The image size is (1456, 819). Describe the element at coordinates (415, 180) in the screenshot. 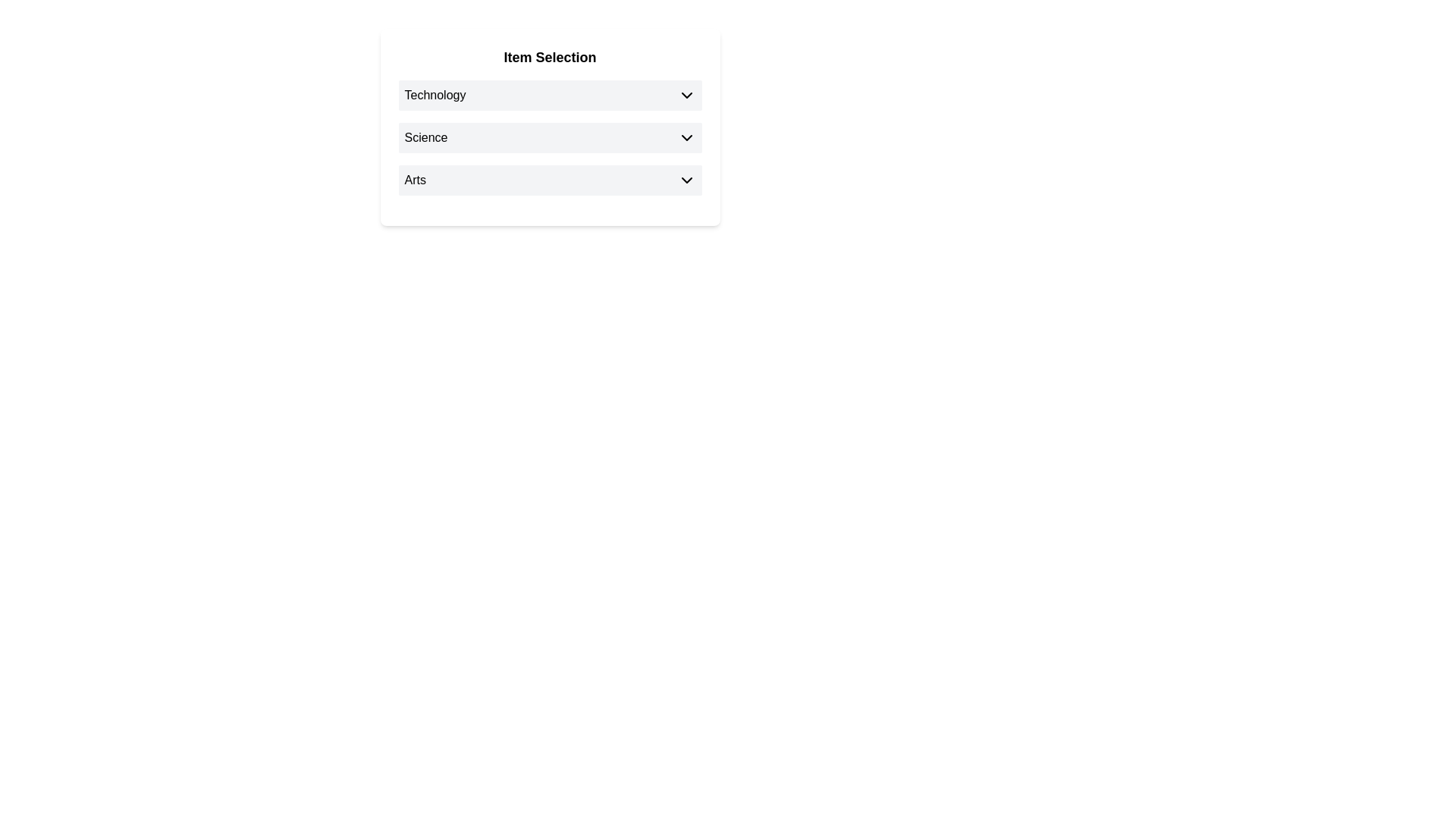

I see `the 'Arts' label in the third row` at that location.